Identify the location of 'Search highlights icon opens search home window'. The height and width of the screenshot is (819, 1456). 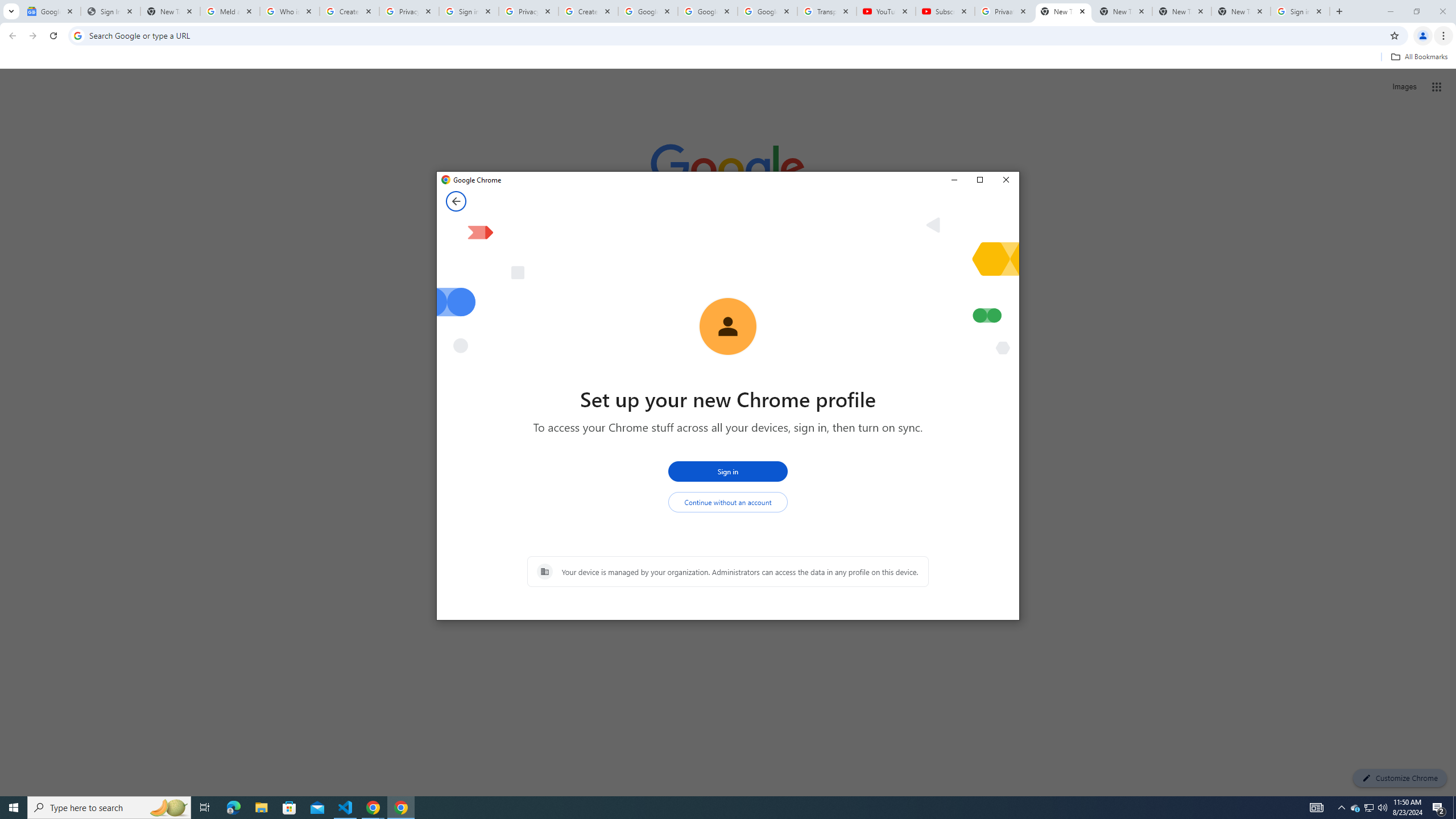
(167, 806).